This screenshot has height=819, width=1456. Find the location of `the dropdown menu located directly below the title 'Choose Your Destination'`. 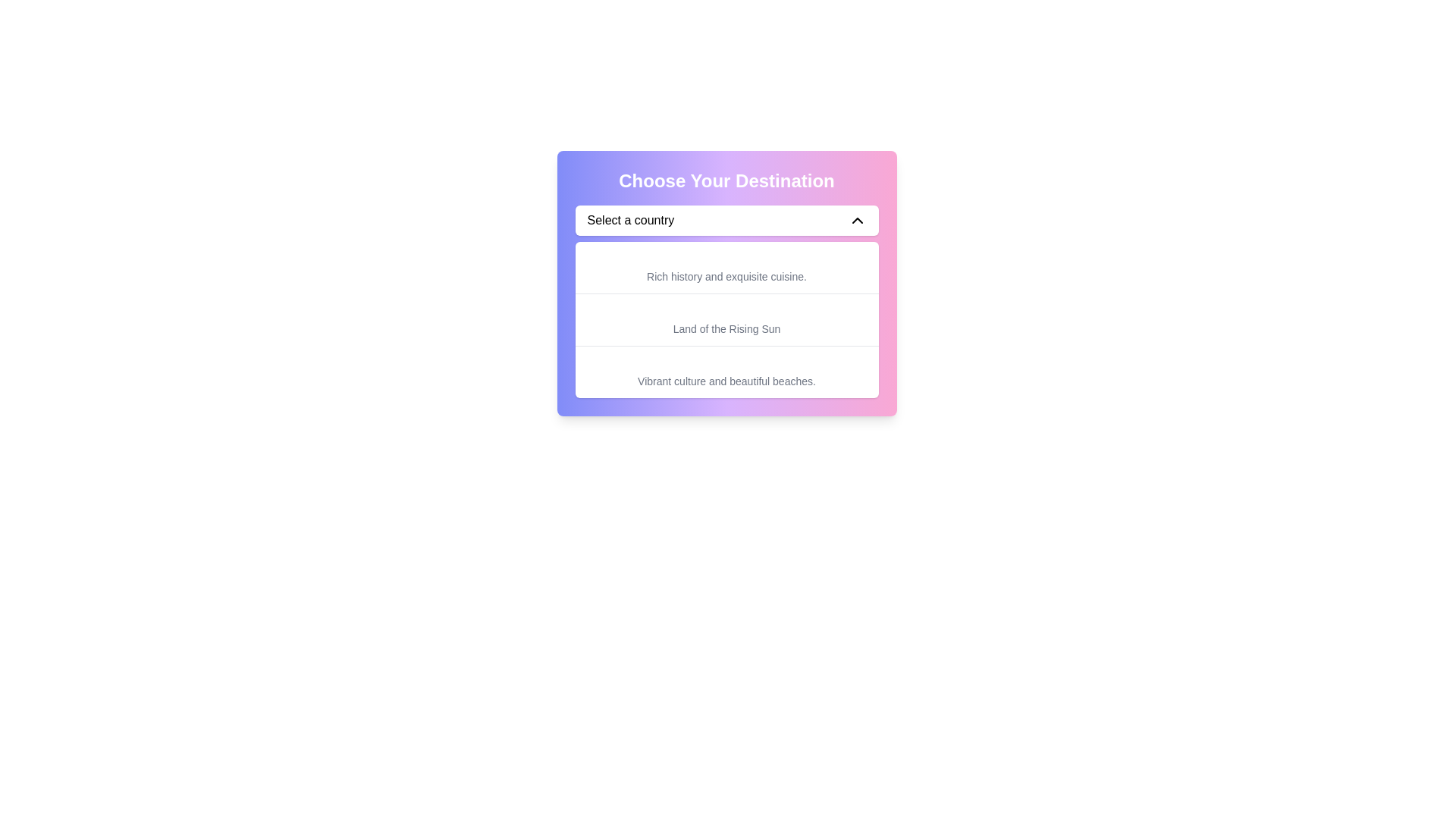

the dropdown menu located directly below the title 'Choose Your Destination' is located at coordinates (726, 220).